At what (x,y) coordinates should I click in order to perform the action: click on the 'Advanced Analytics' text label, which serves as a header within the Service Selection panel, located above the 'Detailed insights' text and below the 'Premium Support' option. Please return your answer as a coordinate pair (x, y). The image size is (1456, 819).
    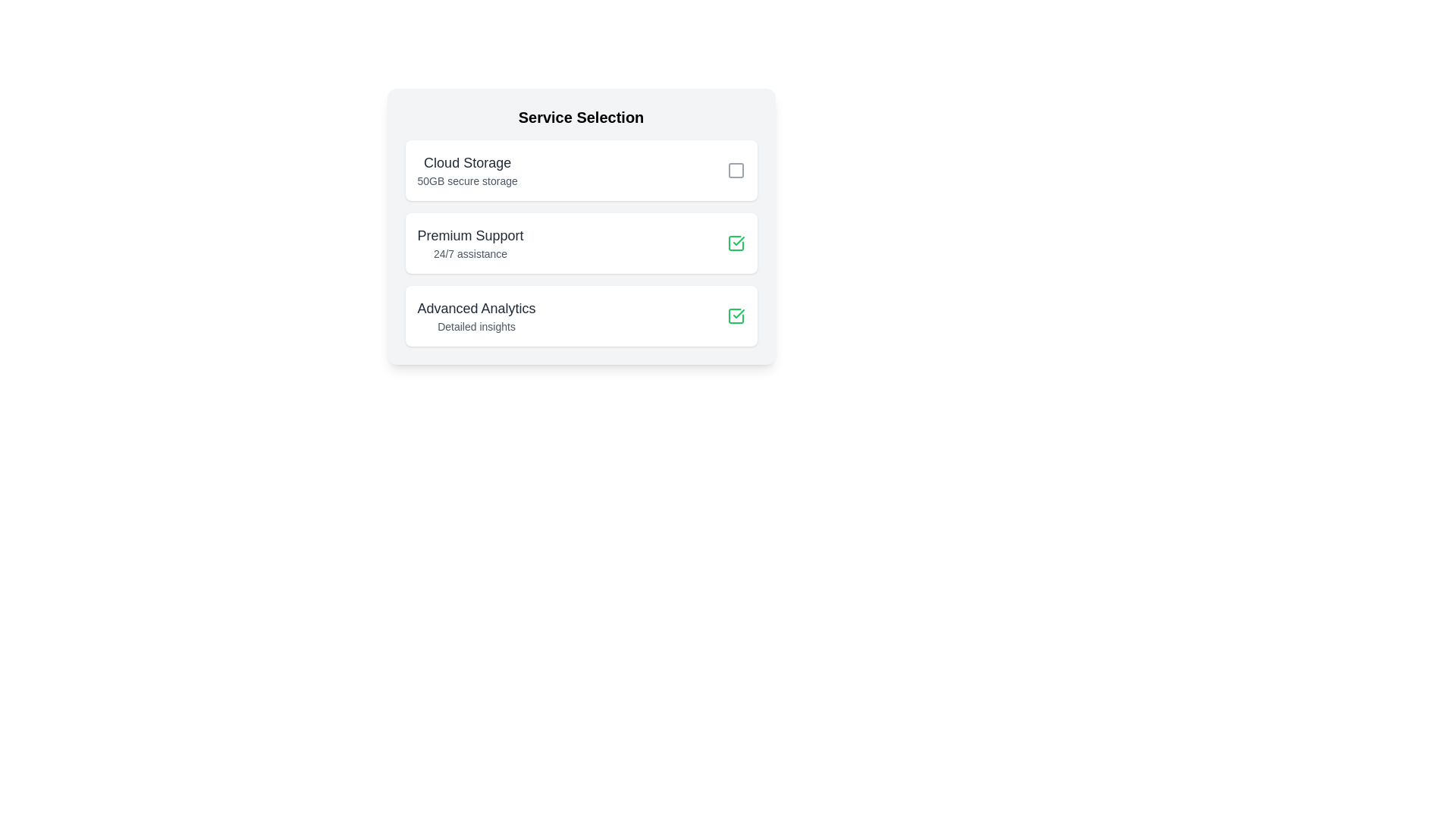
    Looking at the image, I should click on (475, 308).